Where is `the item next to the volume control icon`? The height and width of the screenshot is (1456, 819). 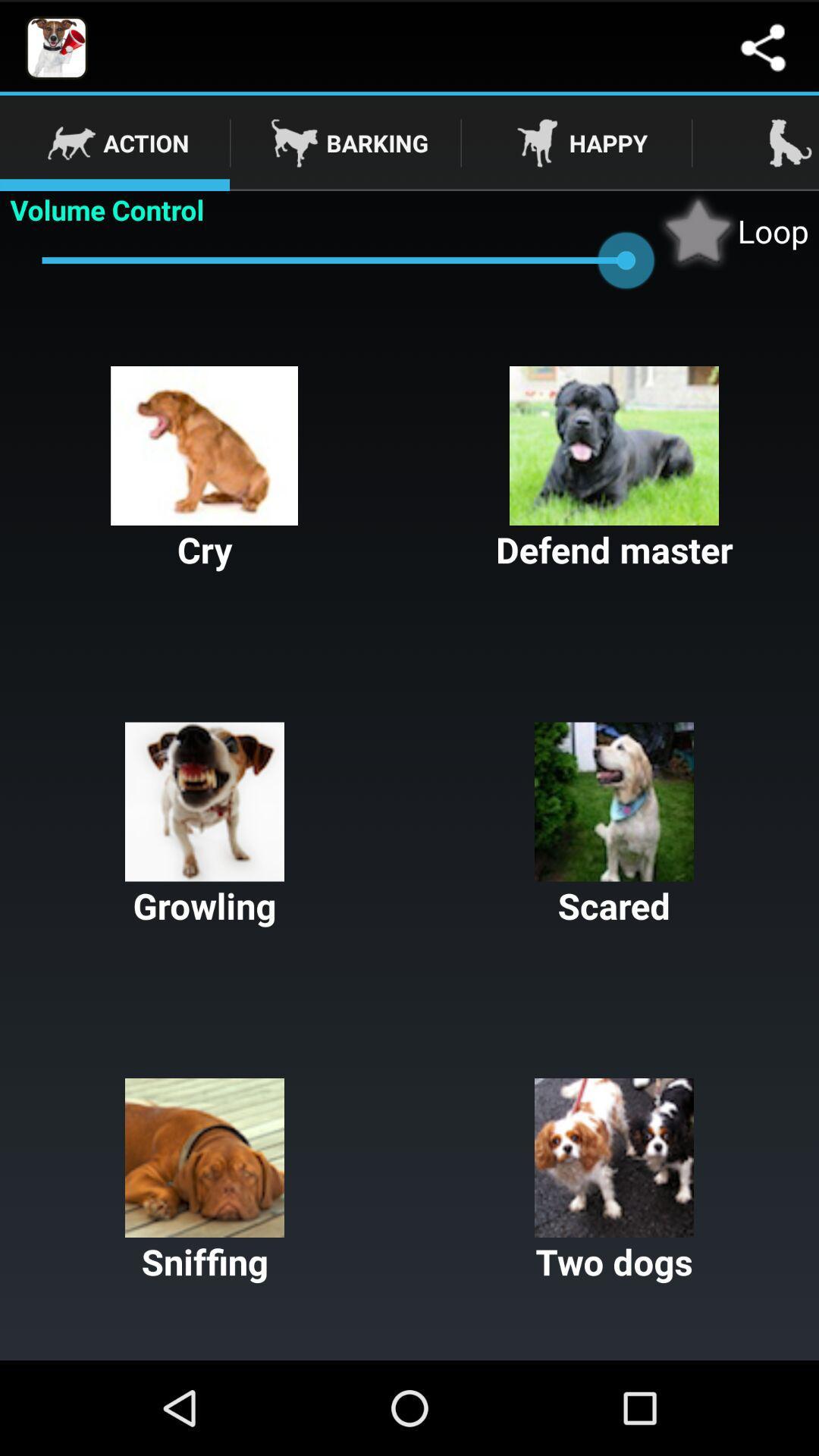 the item next to the volume control icon is located at coordinates (733, 230).